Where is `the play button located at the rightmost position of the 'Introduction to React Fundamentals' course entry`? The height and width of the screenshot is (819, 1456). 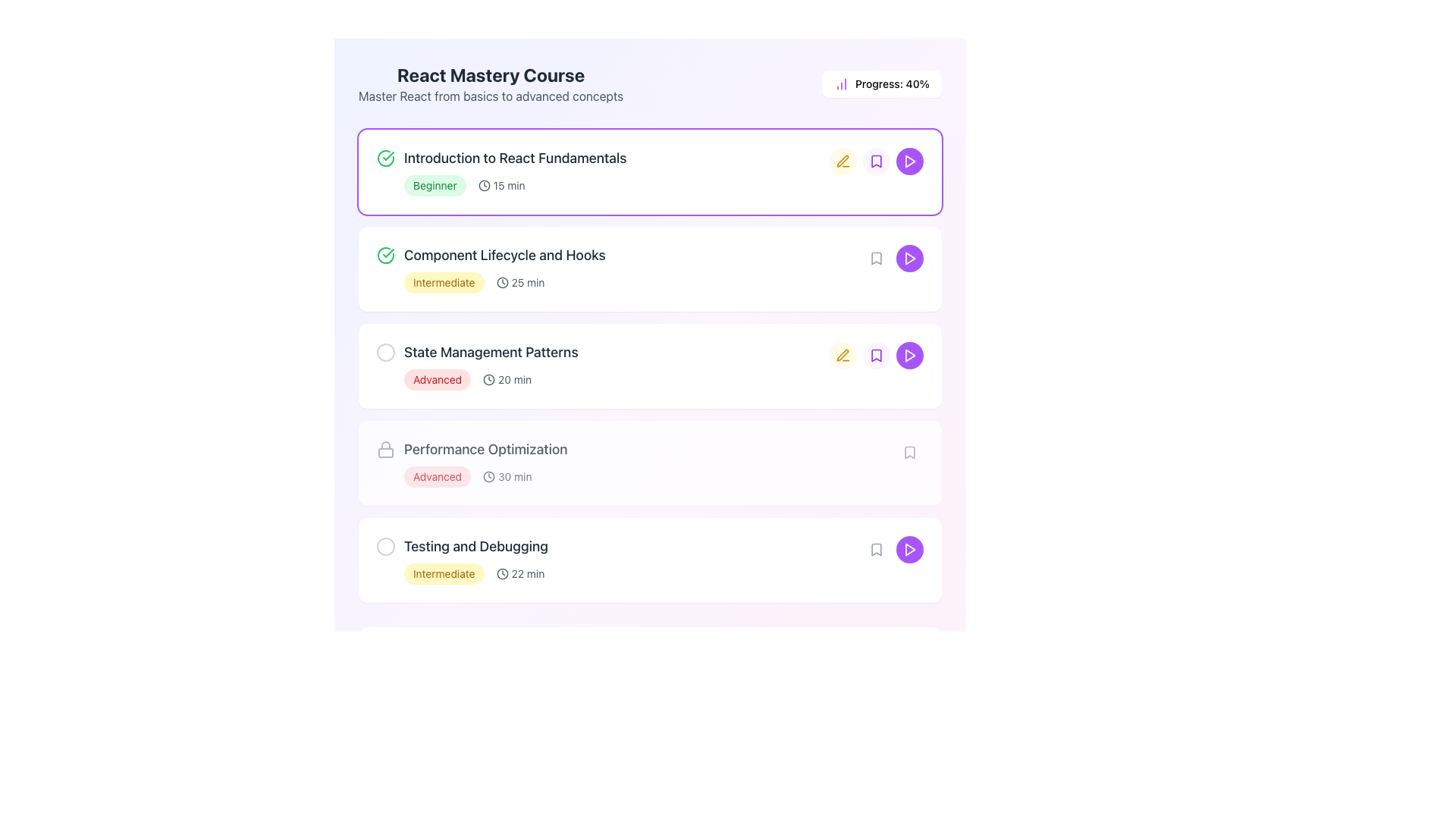
the play button located at the rightmost position of the 'Introduction to React Fundamentals' course entry is located at coordinates (910, 257).